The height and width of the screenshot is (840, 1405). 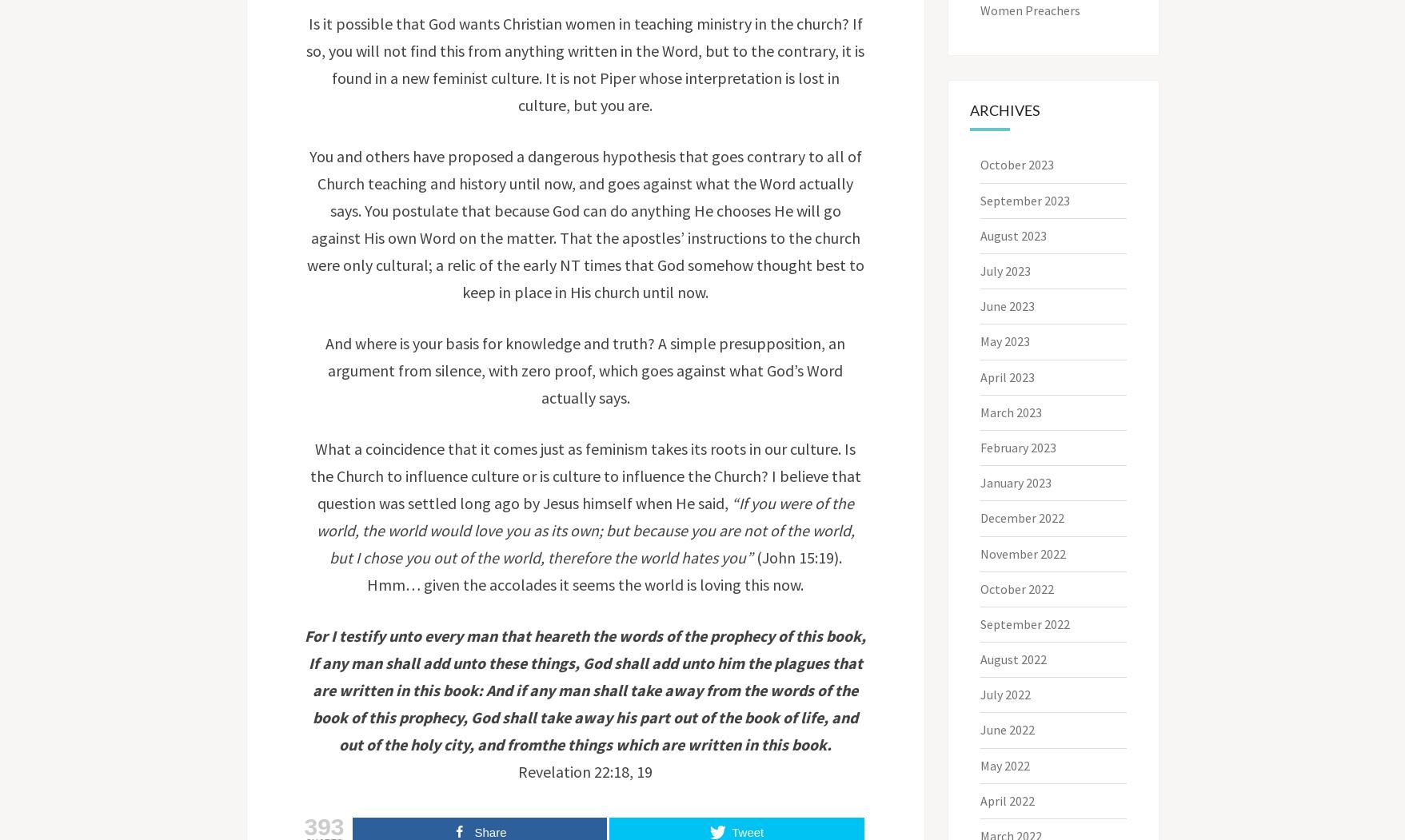 What do you see at coordinates (1004, 341) in the screenshot?
I see `'May 2023'` at bounding box center [1004, 341].